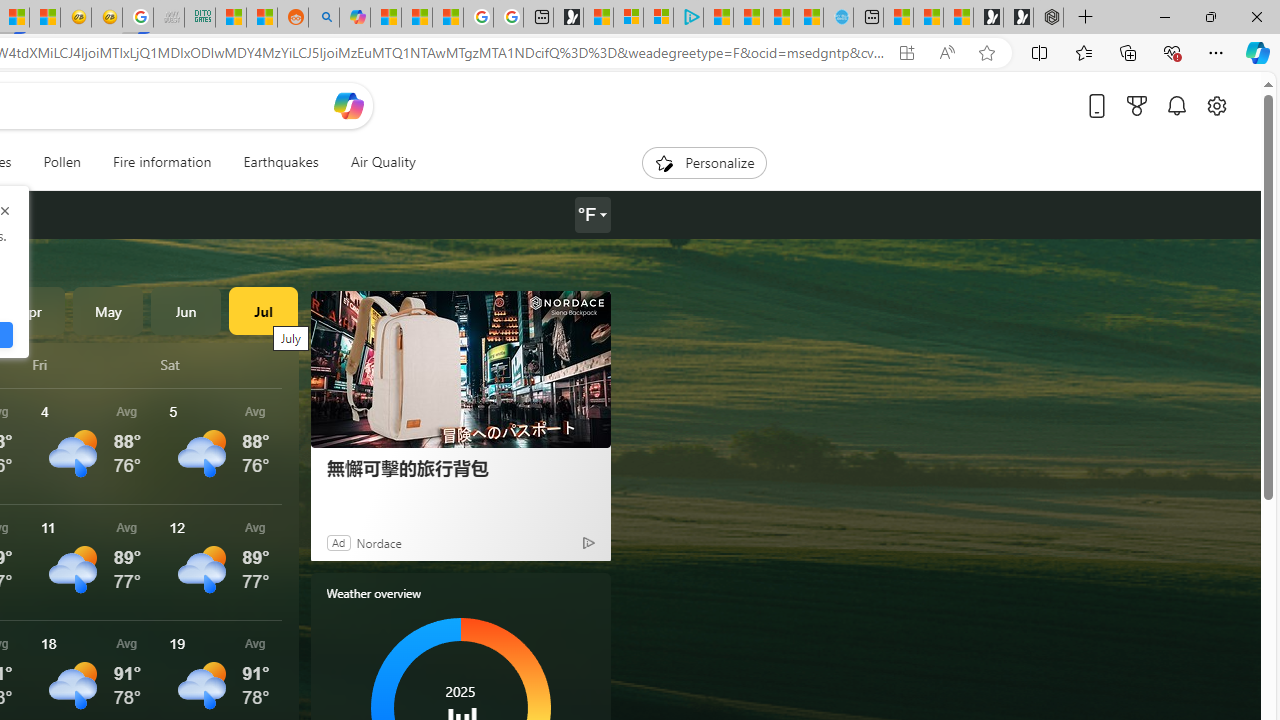 The image size is (1280, 720). I want to click on 'Earthquakes', so click(279, 162).